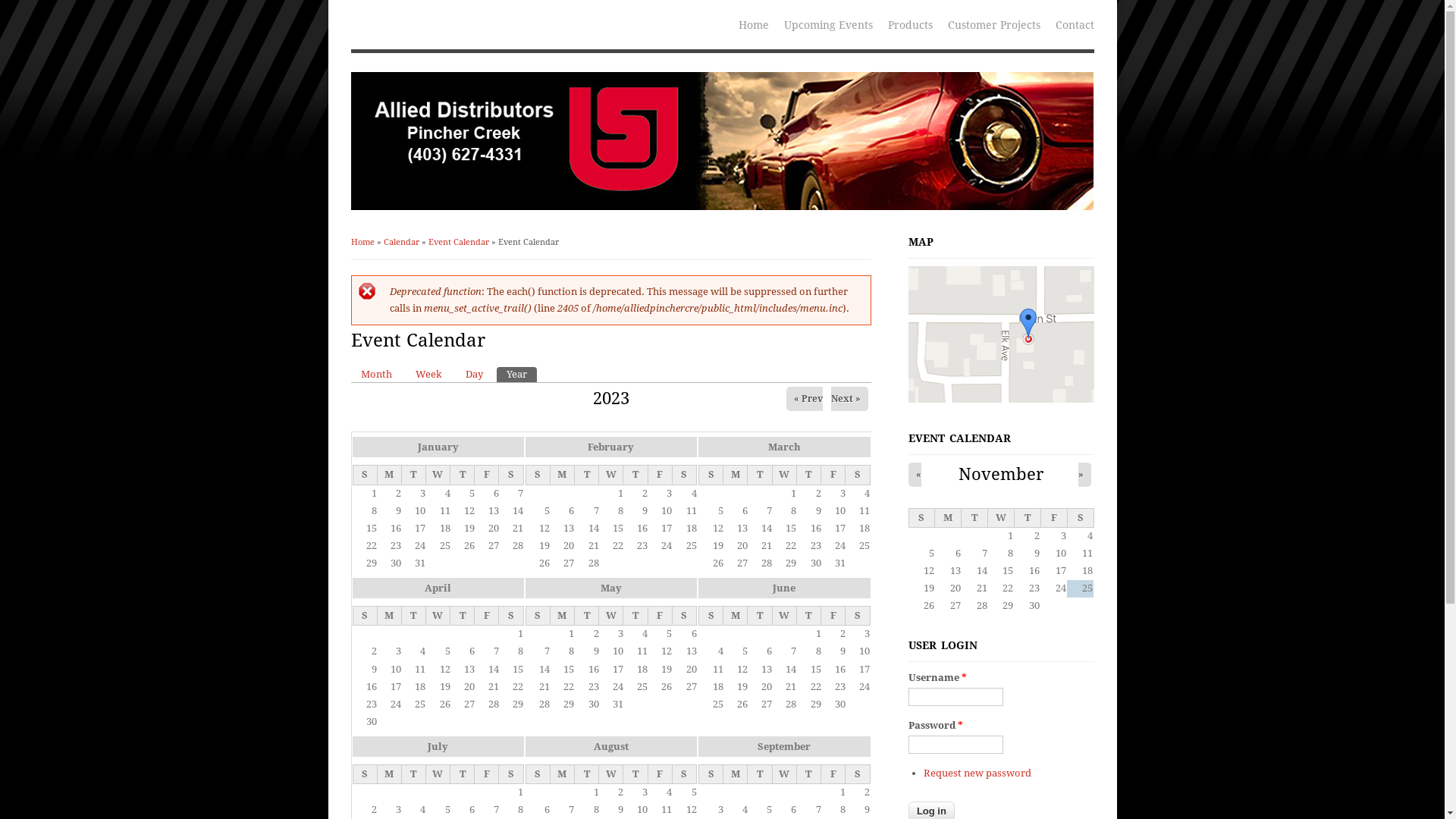  Describe the element at coordinates (425, 587) in the screenshot. I see `'April'` at that location.